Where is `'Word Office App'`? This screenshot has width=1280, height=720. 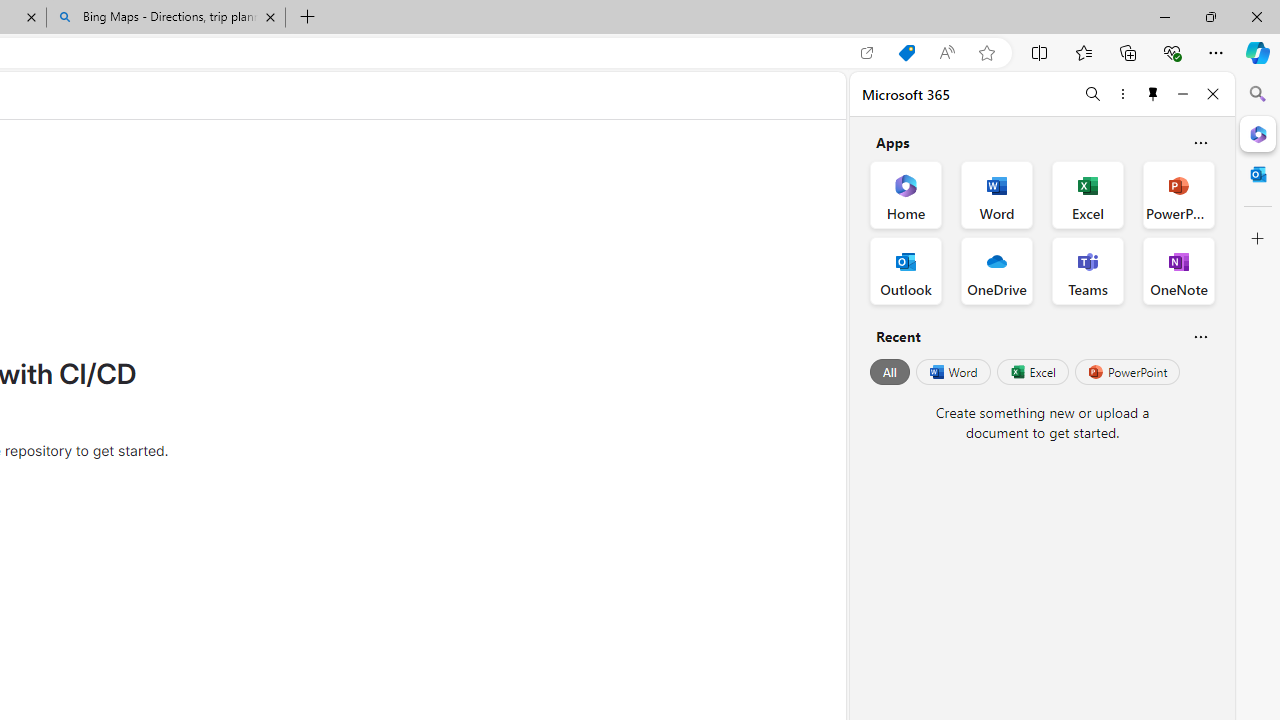
'Word Office App' is located at coordinates (997, 195).